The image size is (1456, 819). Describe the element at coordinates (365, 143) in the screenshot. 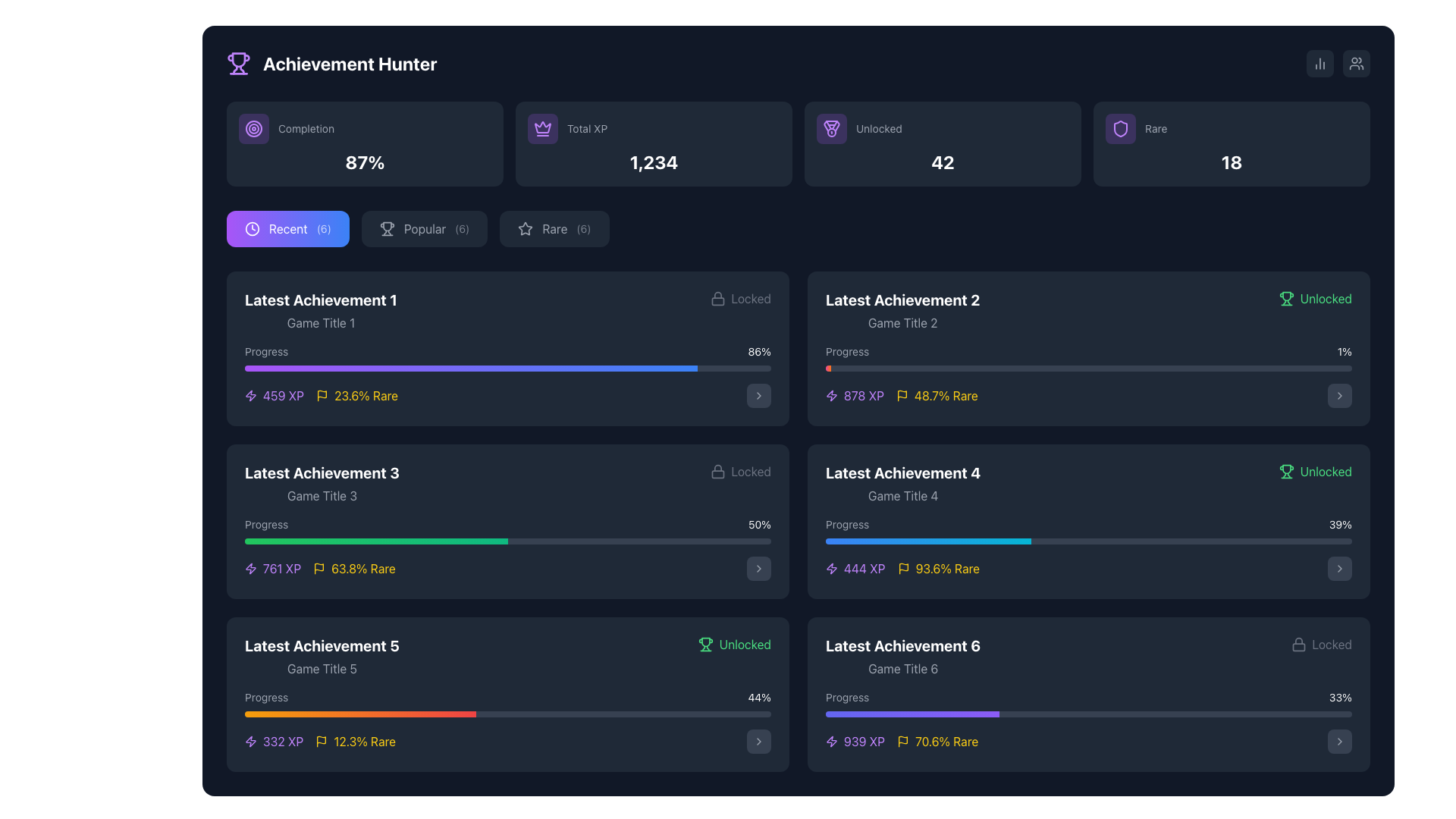

I see `the Information card in the top-left corner of the grid layout` at that location.